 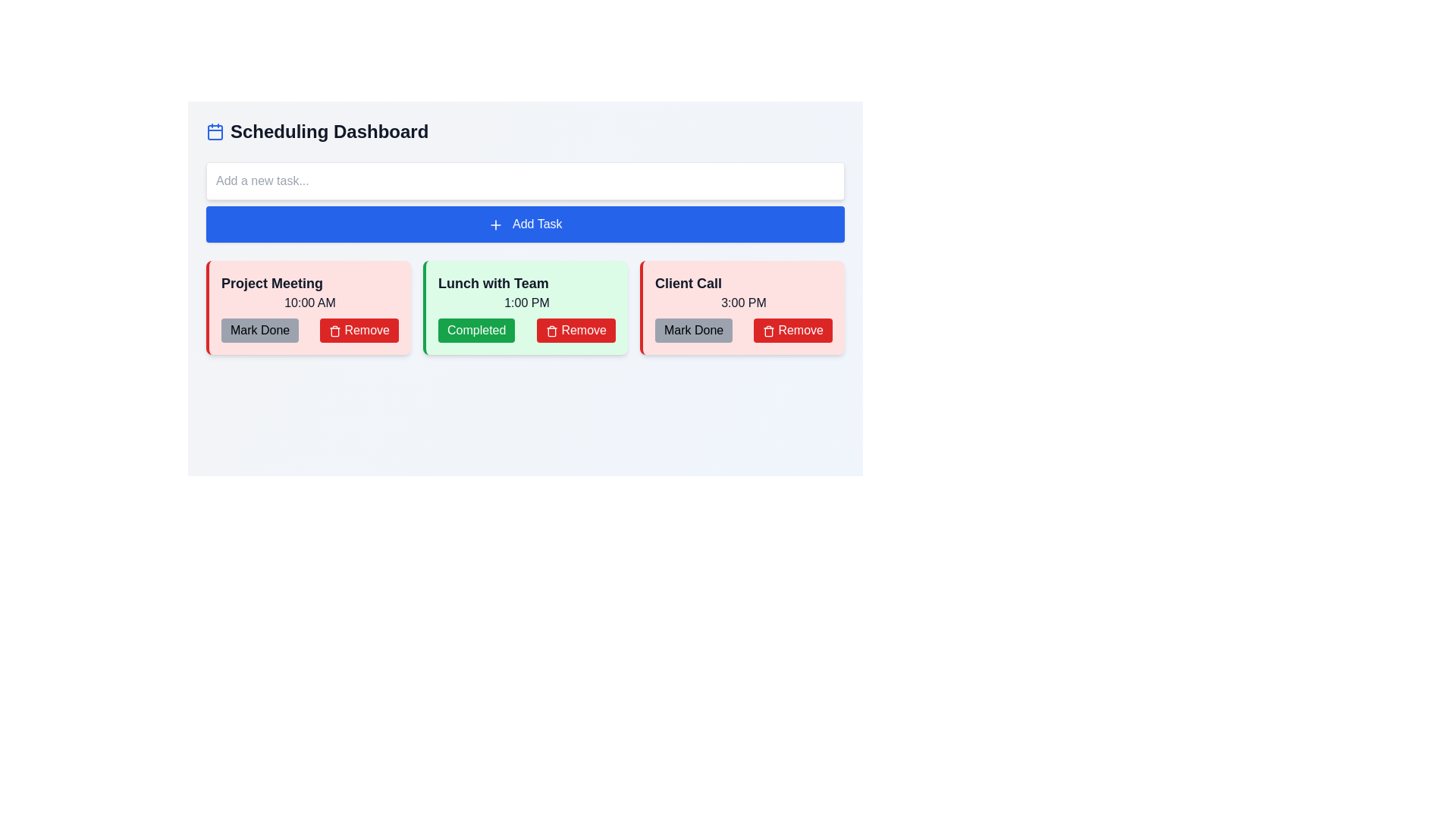 What do you see at coordinates (527, 303) in the screenshot?
I see `the time display '1:00 PM' located in the middle card of three horizontally arranged cards, which is in a light green rectangular card with a dark, bold font` at bounding box center [527, 303].